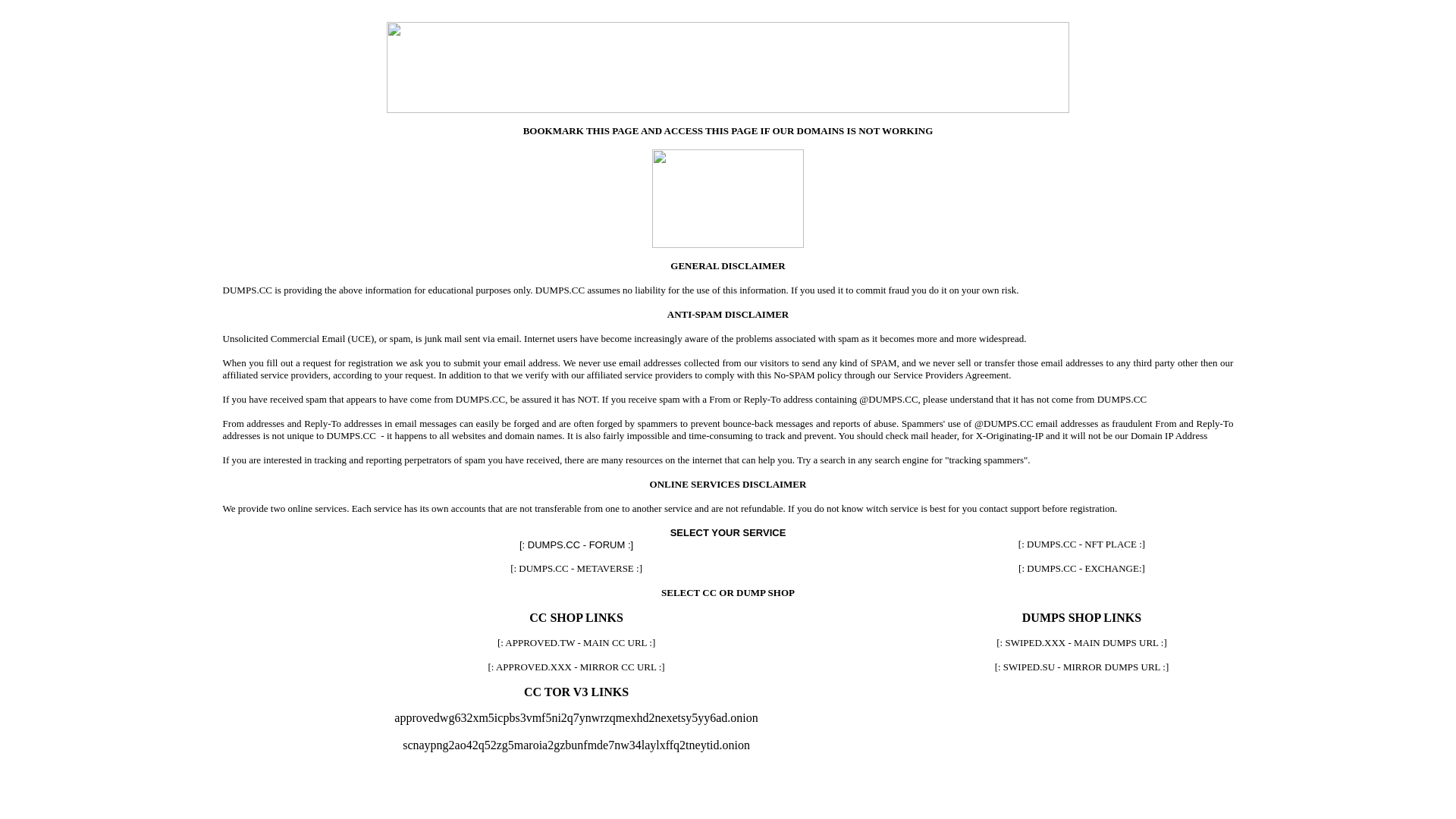 The height and width of the screenshot is (819, 1456). I want to click on '[: APPROVED.TW - MAIN CC URL :]', so click(575, 642).